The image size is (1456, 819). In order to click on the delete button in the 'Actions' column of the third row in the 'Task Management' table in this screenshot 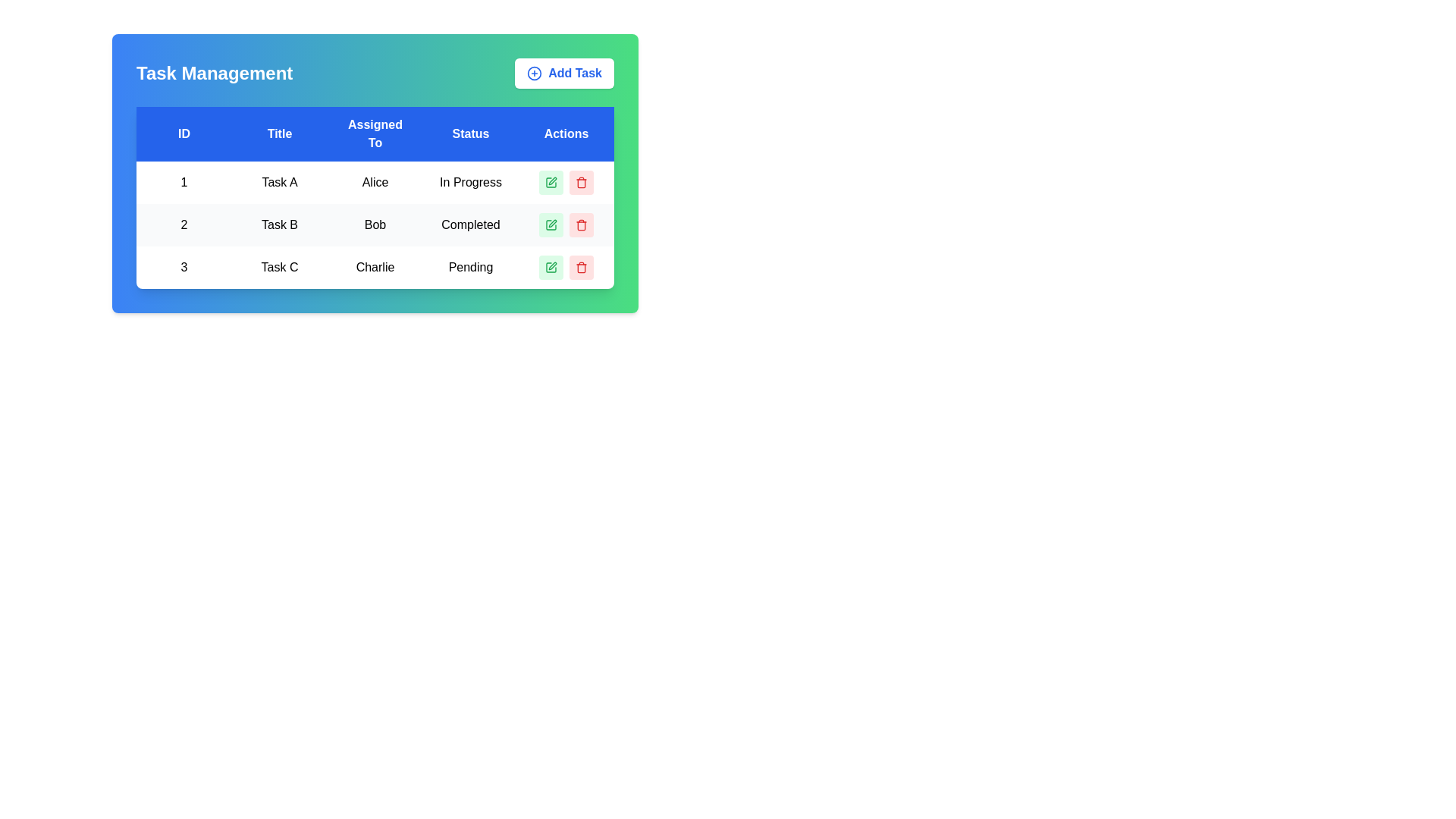, I will do `click(581, 267)`.